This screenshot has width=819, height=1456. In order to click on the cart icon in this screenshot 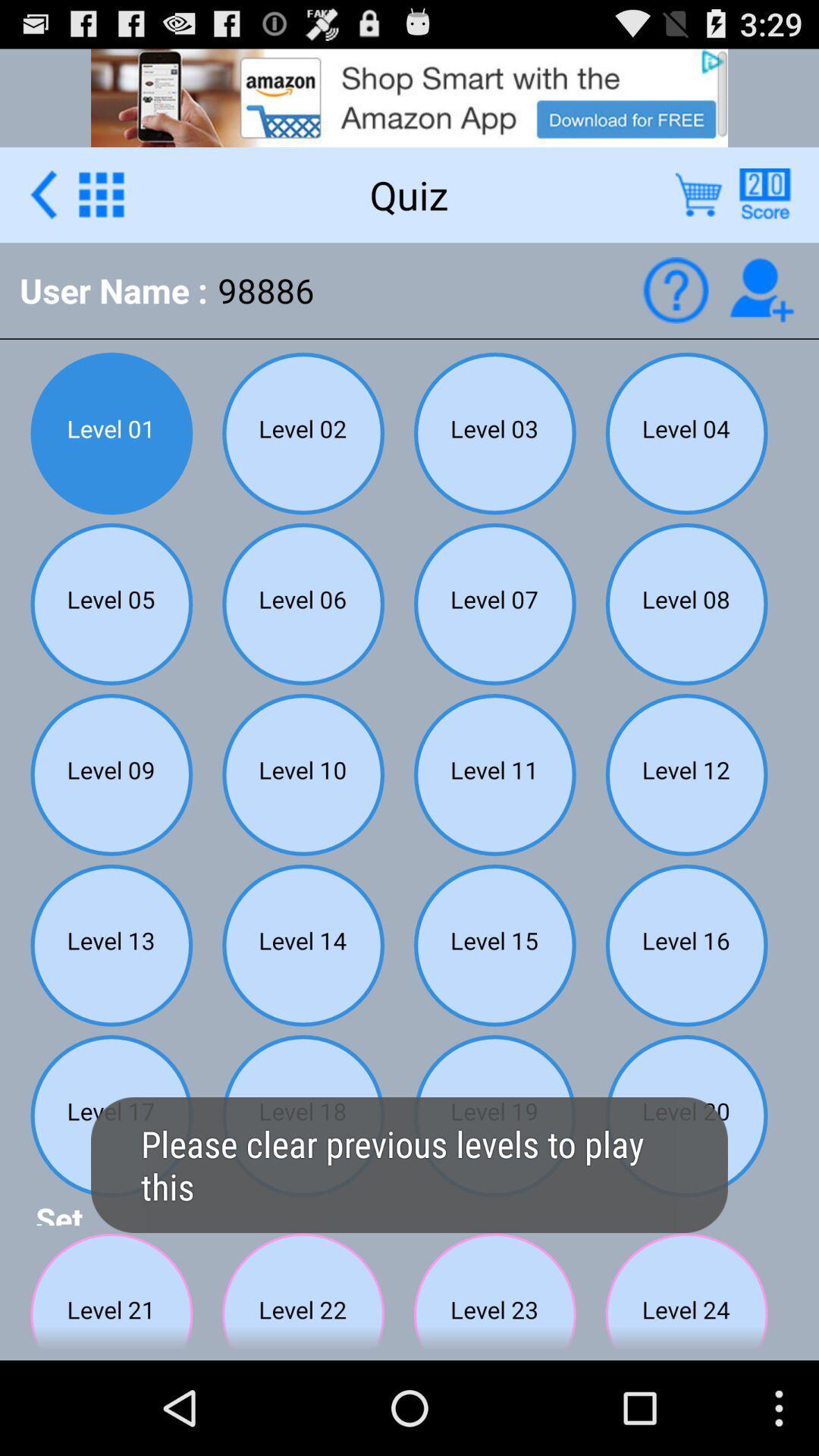, I will do `click(698, 207)`.